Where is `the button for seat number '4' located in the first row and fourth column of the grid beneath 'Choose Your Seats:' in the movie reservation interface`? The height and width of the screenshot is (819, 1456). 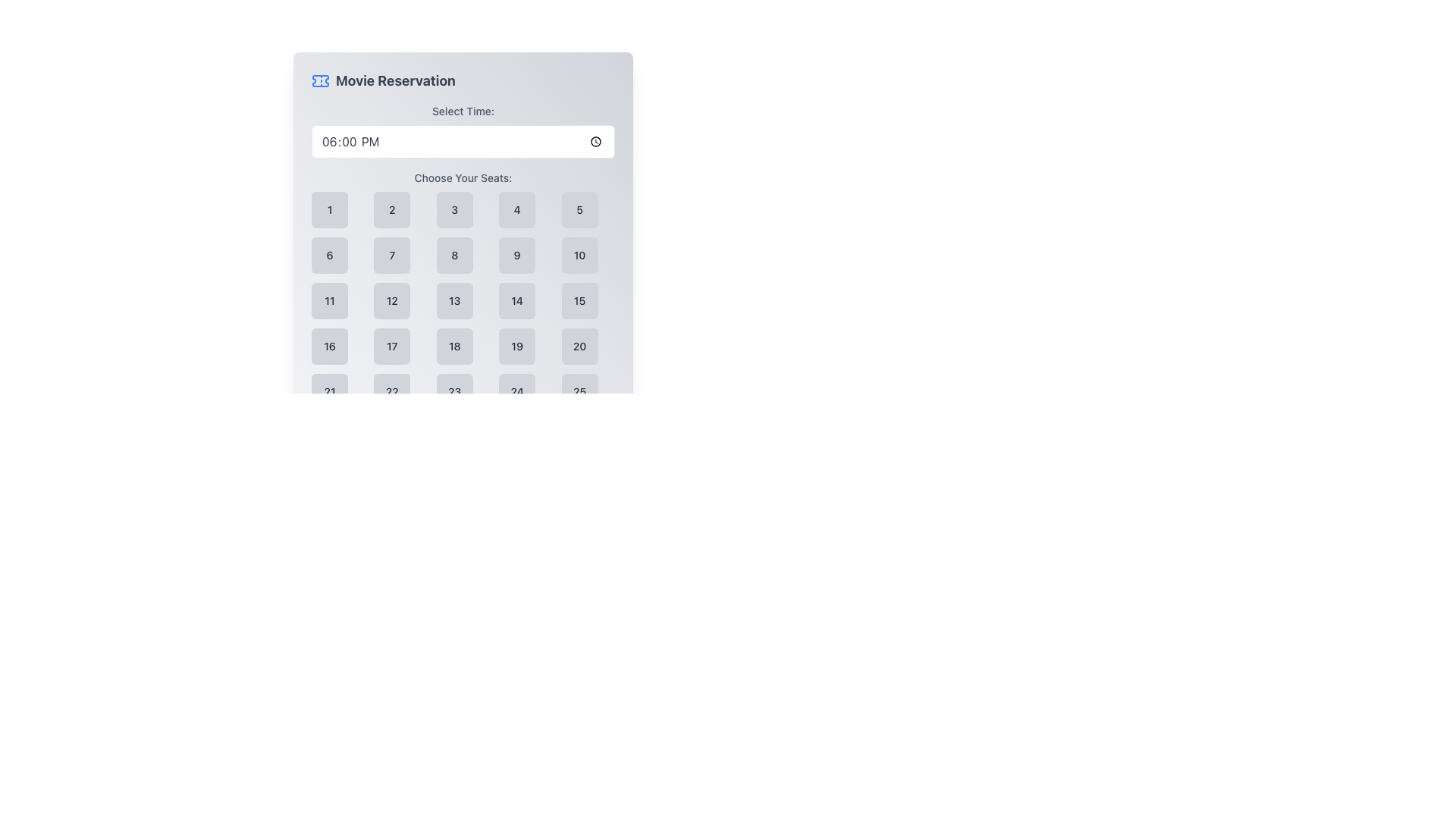
the button for seat number '4' located in the first row and fourth column of the grid beneath 'Choose Your Seats:' in the movie reservation interface is located at coordinates (517, 210).